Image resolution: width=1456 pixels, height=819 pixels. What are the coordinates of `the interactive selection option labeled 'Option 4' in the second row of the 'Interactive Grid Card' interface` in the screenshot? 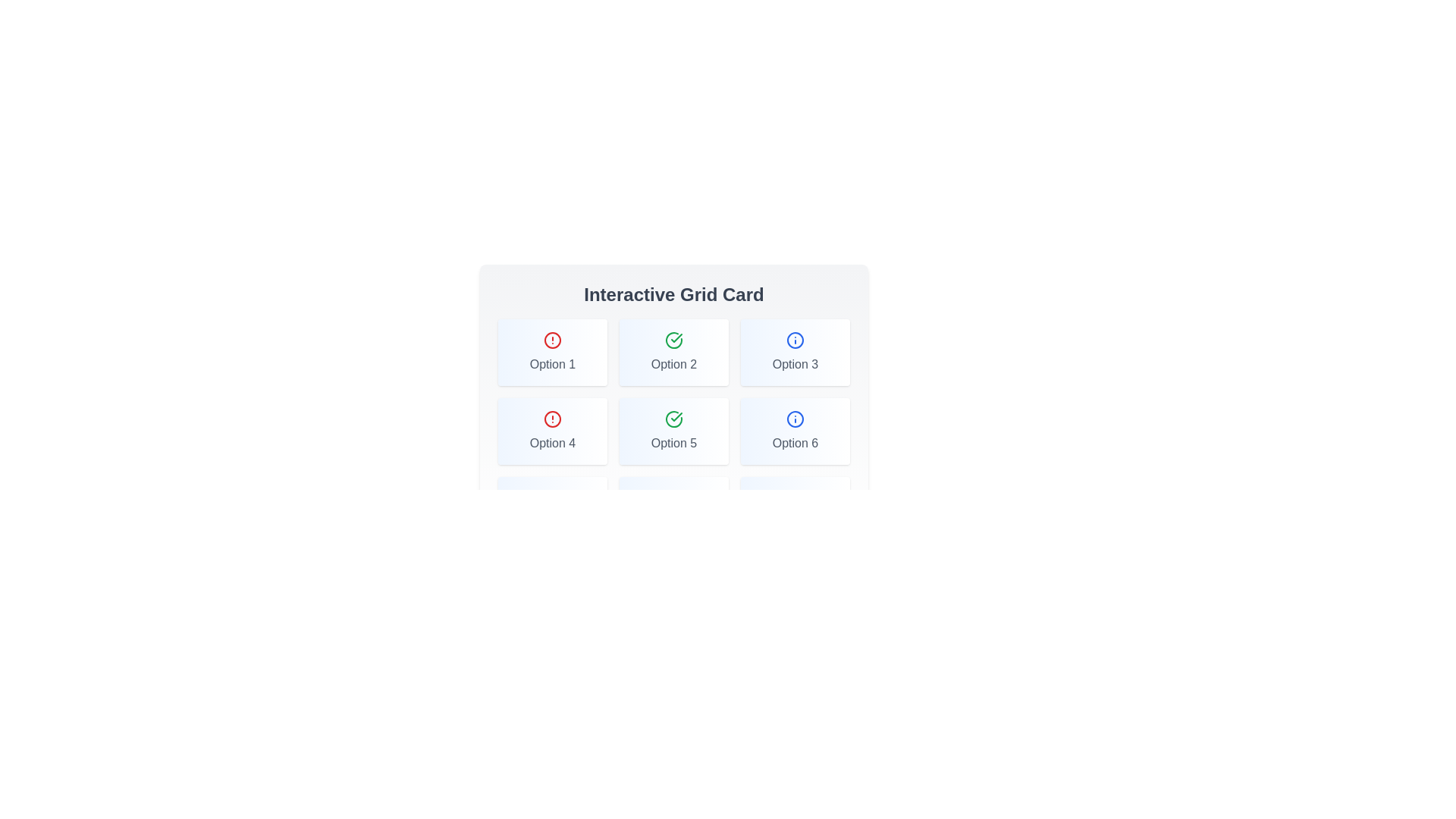 It's located at (552, 431).